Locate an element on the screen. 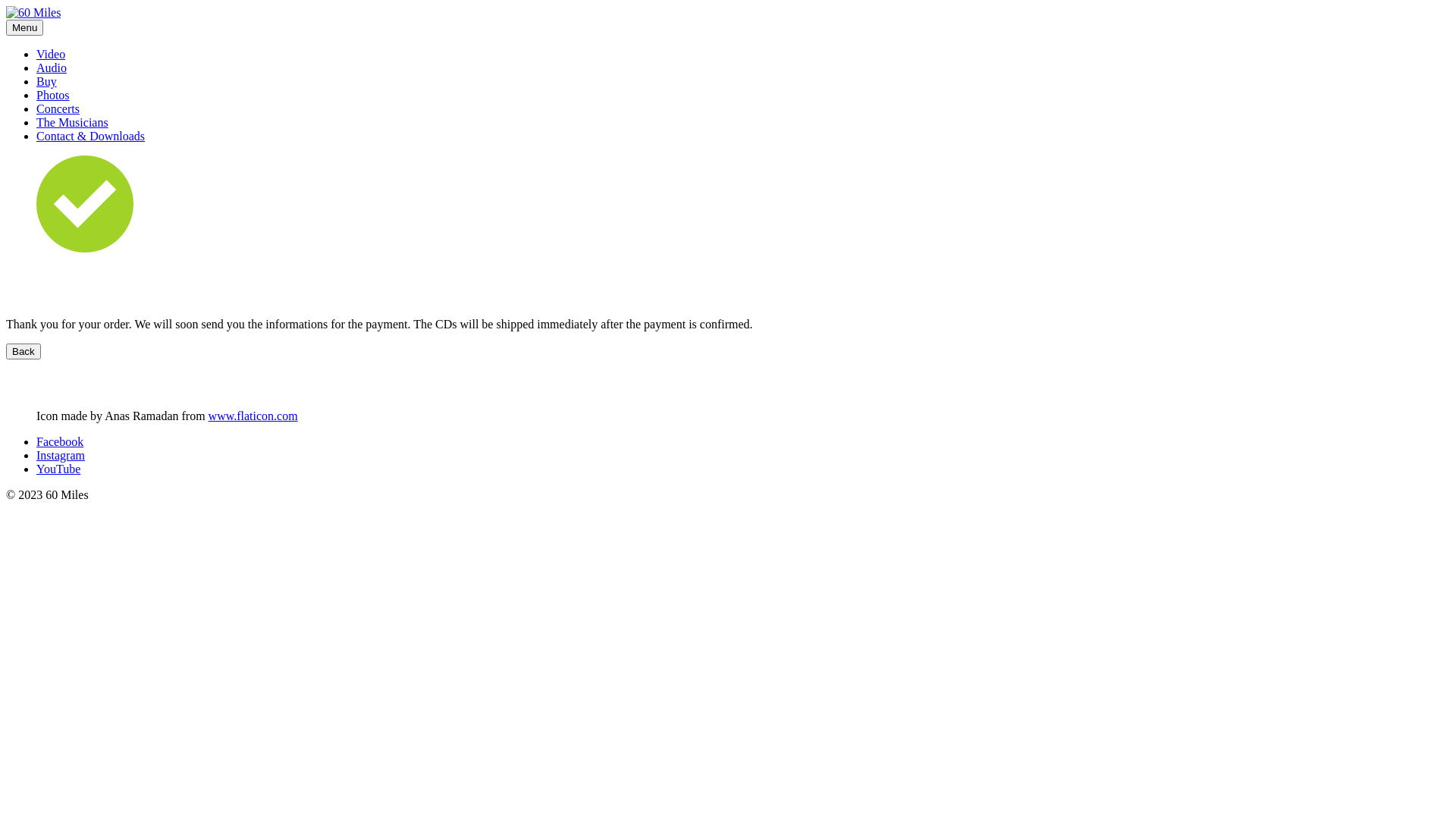 This screenshot has height=819, width=1456. 'Menu' is located at coordinates (6, 27).